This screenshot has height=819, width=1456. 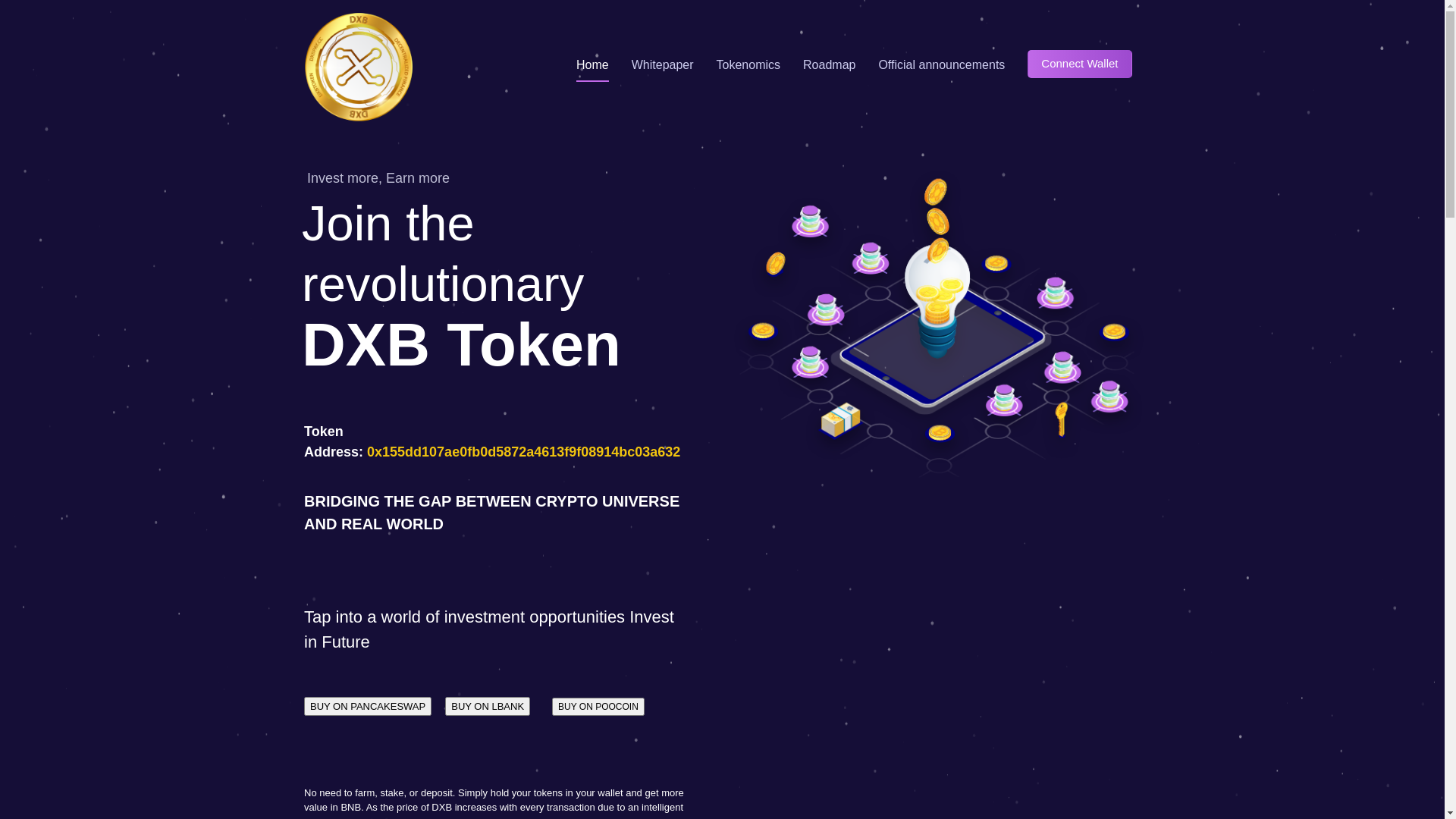 What do you see at coordinates (1027, 63) in the screenshot?
I see `'Connect Wallet'` at bounding box center [1027, 63].